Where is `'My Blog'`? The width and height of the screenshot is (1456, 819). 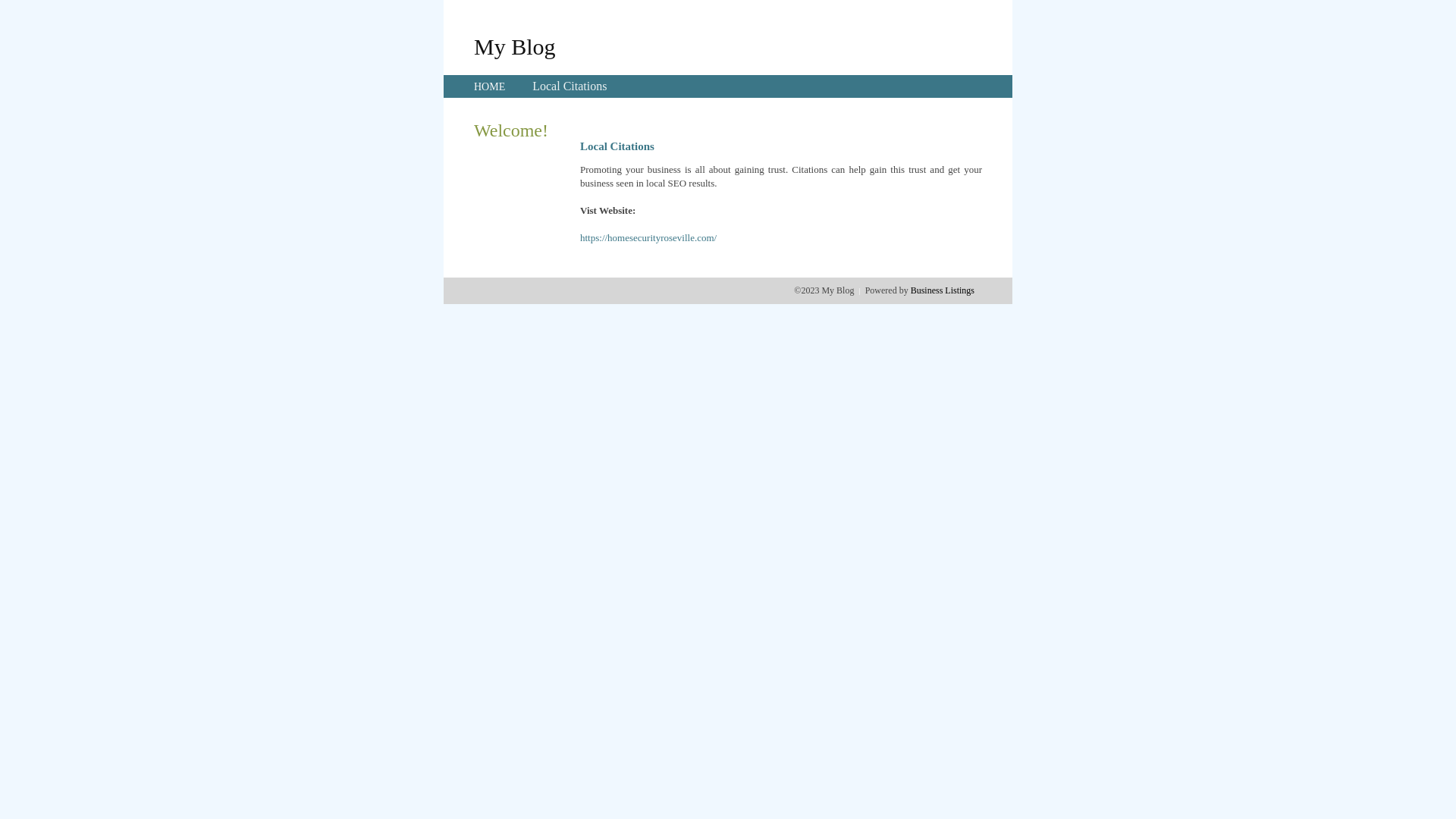
'My Blog' is located at coordinates (514, 45).